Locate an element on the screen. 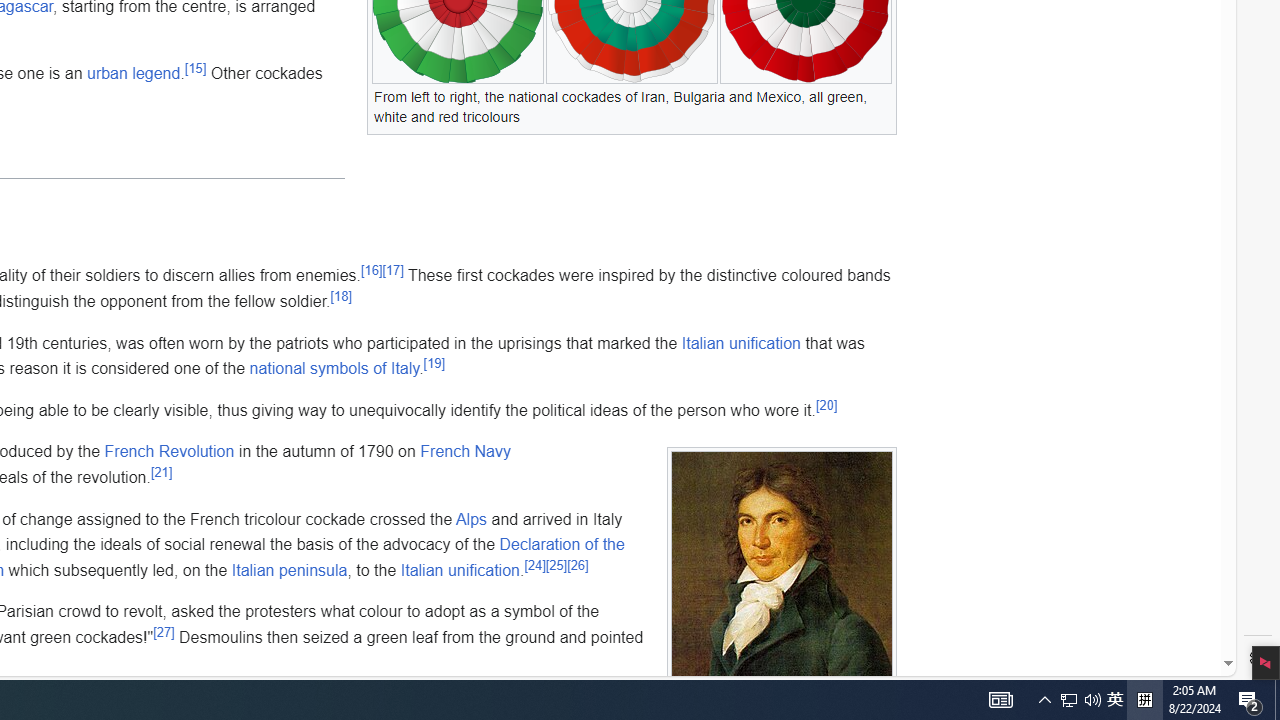 The width and height of the screenshot is (1280, 720). '[17]' is located at coordinates (392, 271).